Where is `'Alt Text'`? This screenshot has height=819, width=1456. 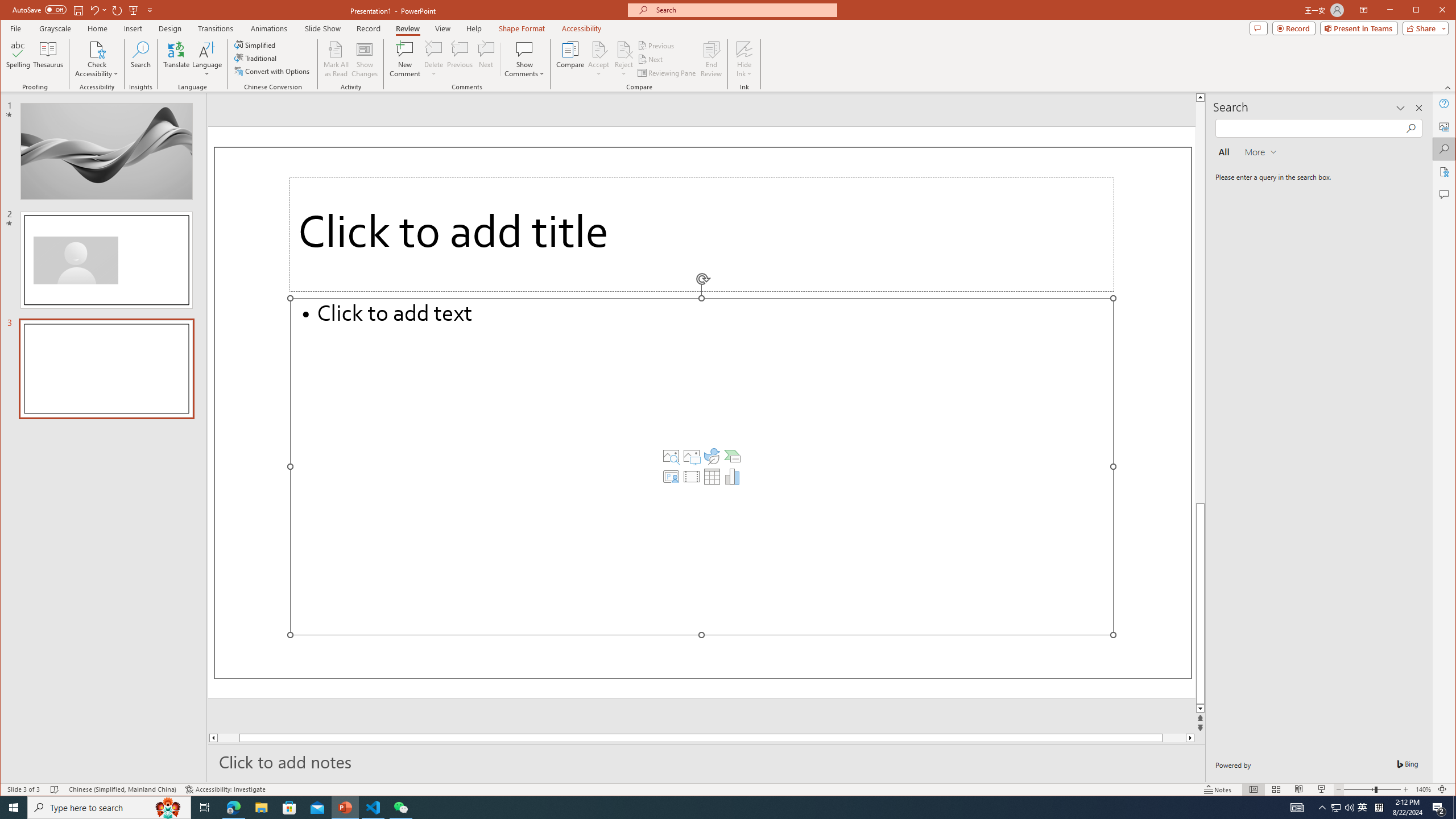
'Alt Text' is located at coordinates (1444, 126).